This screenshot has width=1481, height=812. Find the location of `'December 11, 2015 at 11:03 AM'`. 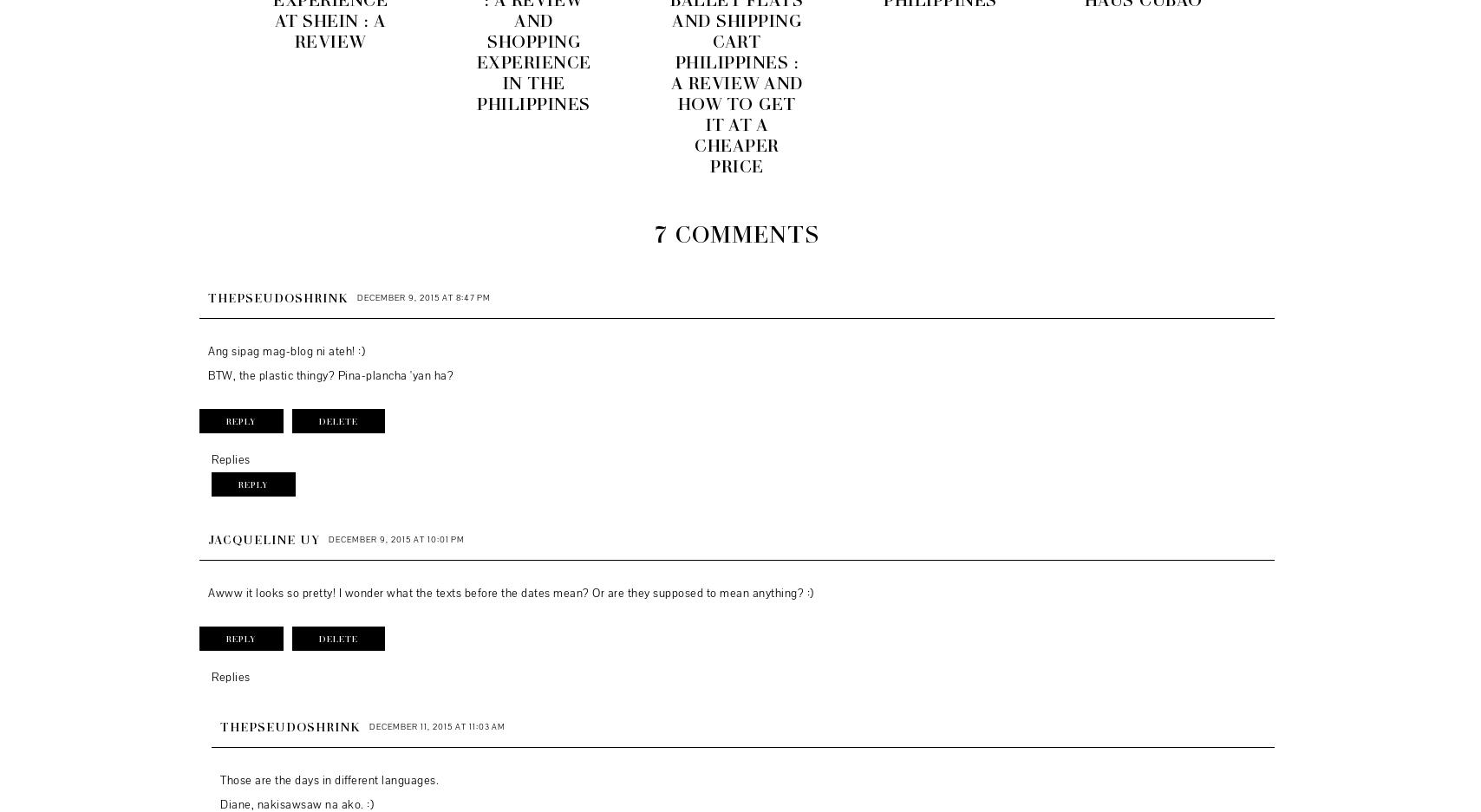

'December 11, 2015 at 11:03 AM' is located at coordinates (437, 725).